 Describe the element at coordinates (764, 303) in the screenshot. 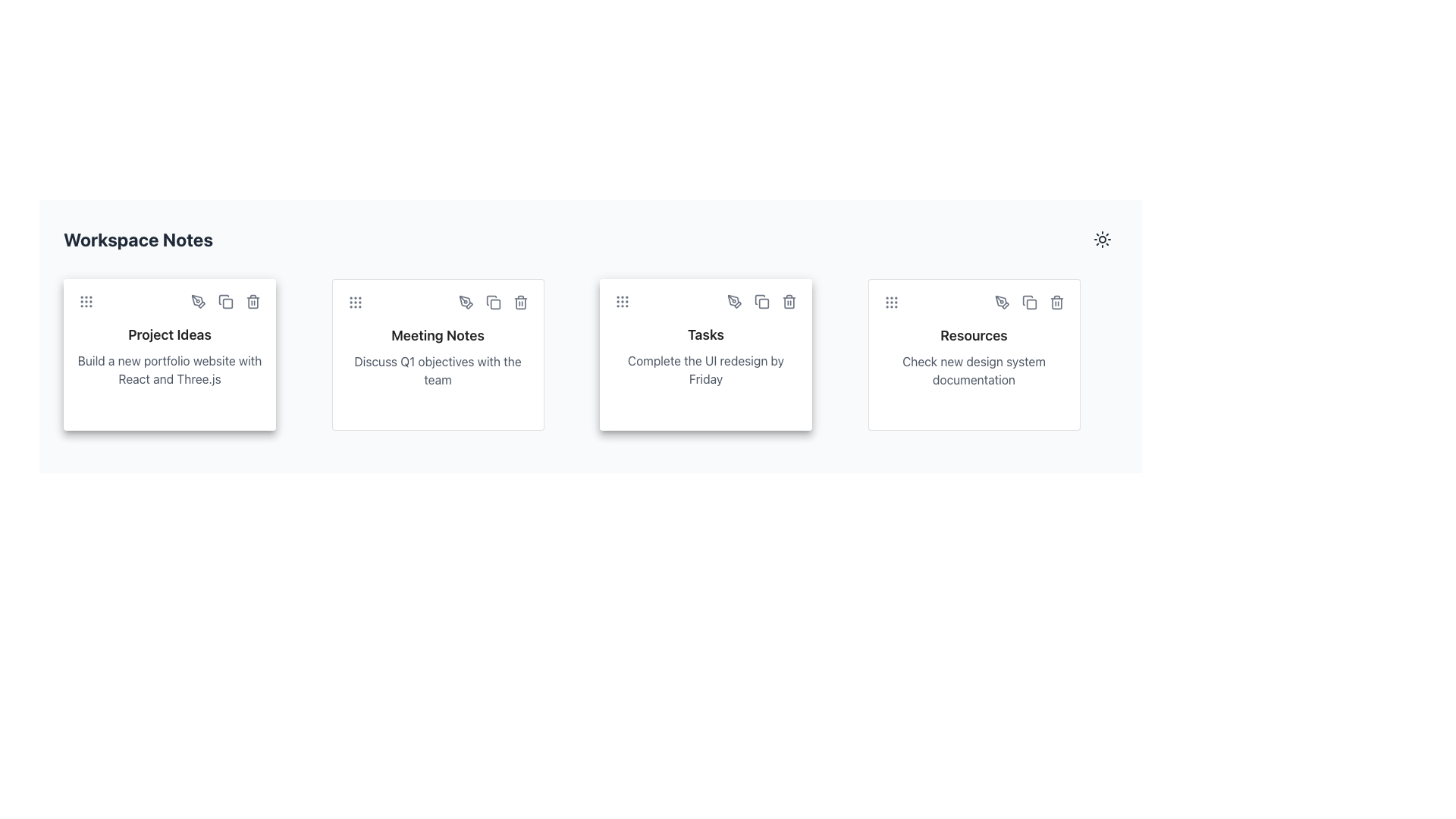

I see `the central rectangular icon with rounded corners located above the text 'Tasks' in the interface` at that location.